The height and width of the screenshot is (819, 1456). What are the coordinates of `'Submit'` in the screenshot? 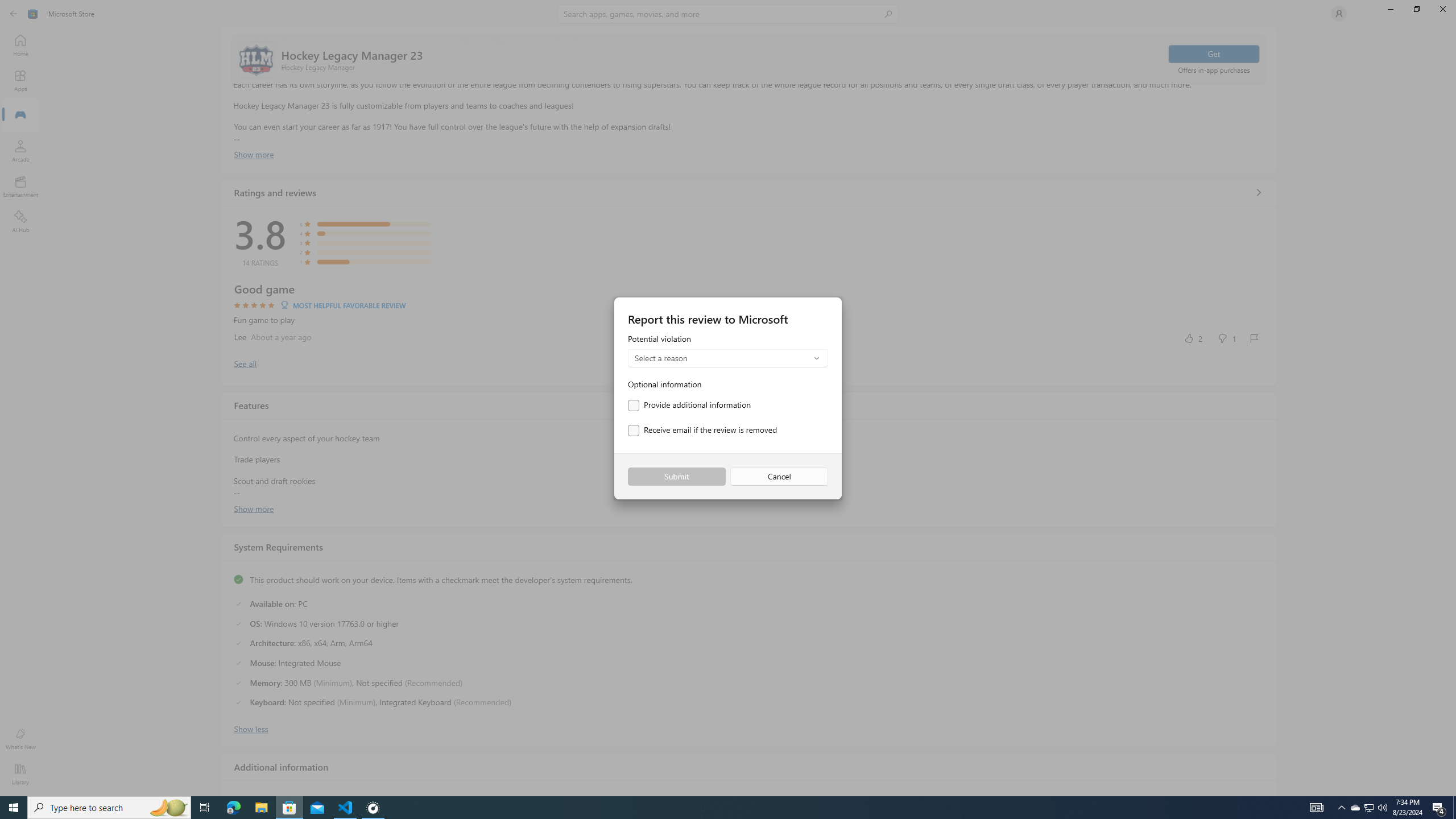 It's located at (676, 477).